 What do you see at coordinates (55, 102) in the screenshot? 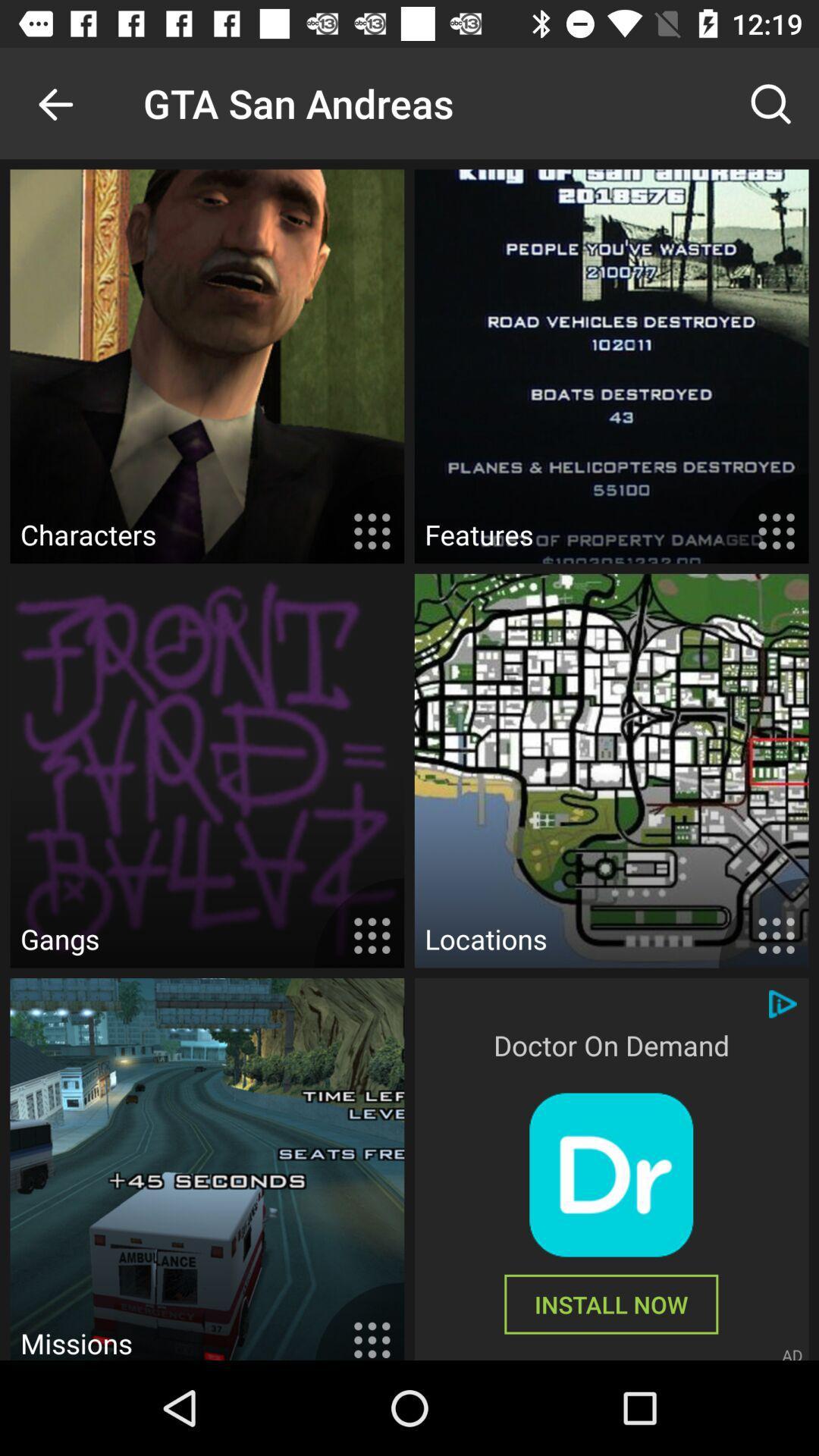
I see `go back` at bounding box center [55, 102].